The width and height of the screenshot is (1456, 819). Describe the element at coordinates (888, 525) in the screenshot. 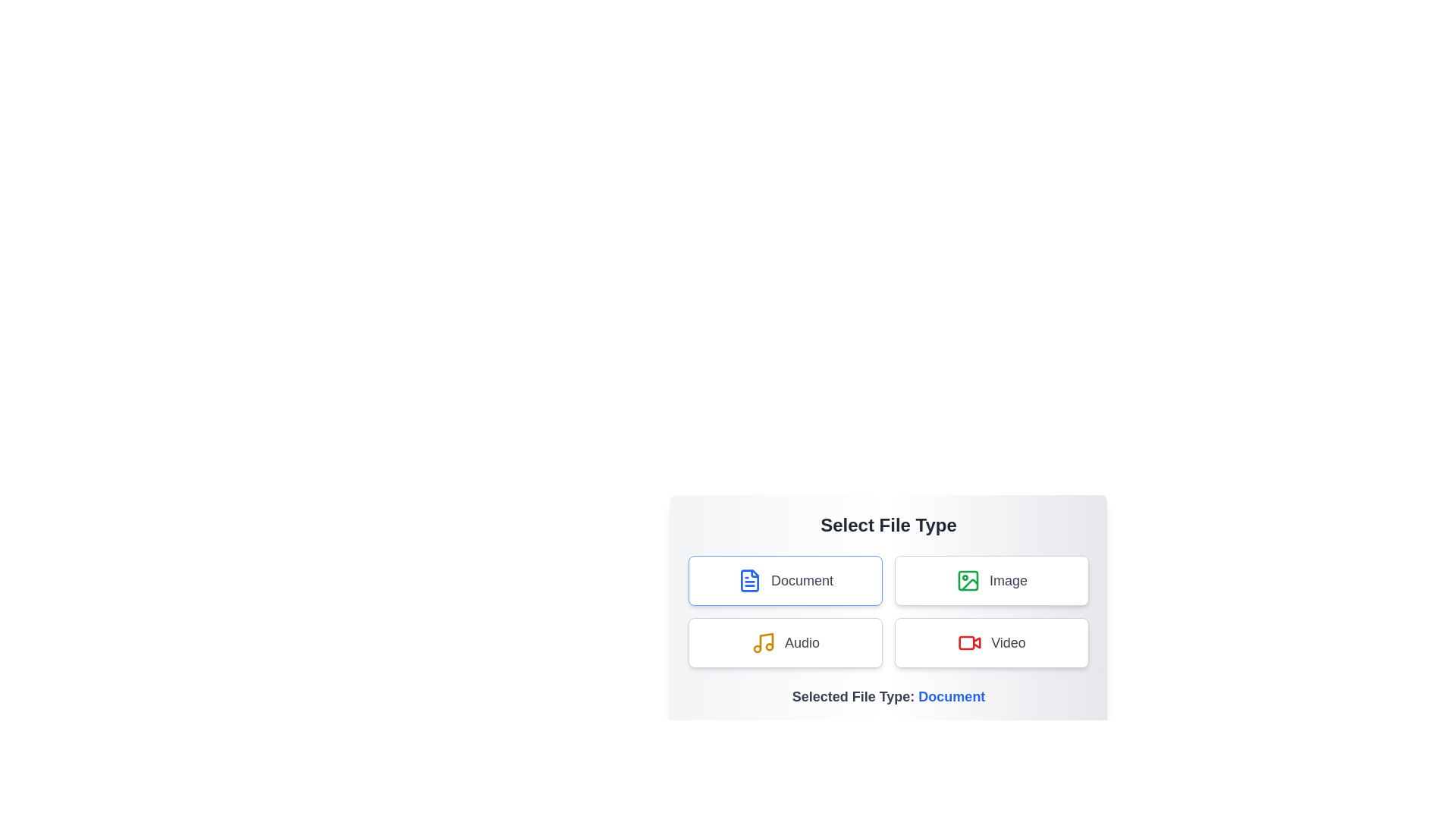

I see `the Text header that indicates the purpose of the section for selecting a file type, located near the top of the panel above the grid of options` at that location.